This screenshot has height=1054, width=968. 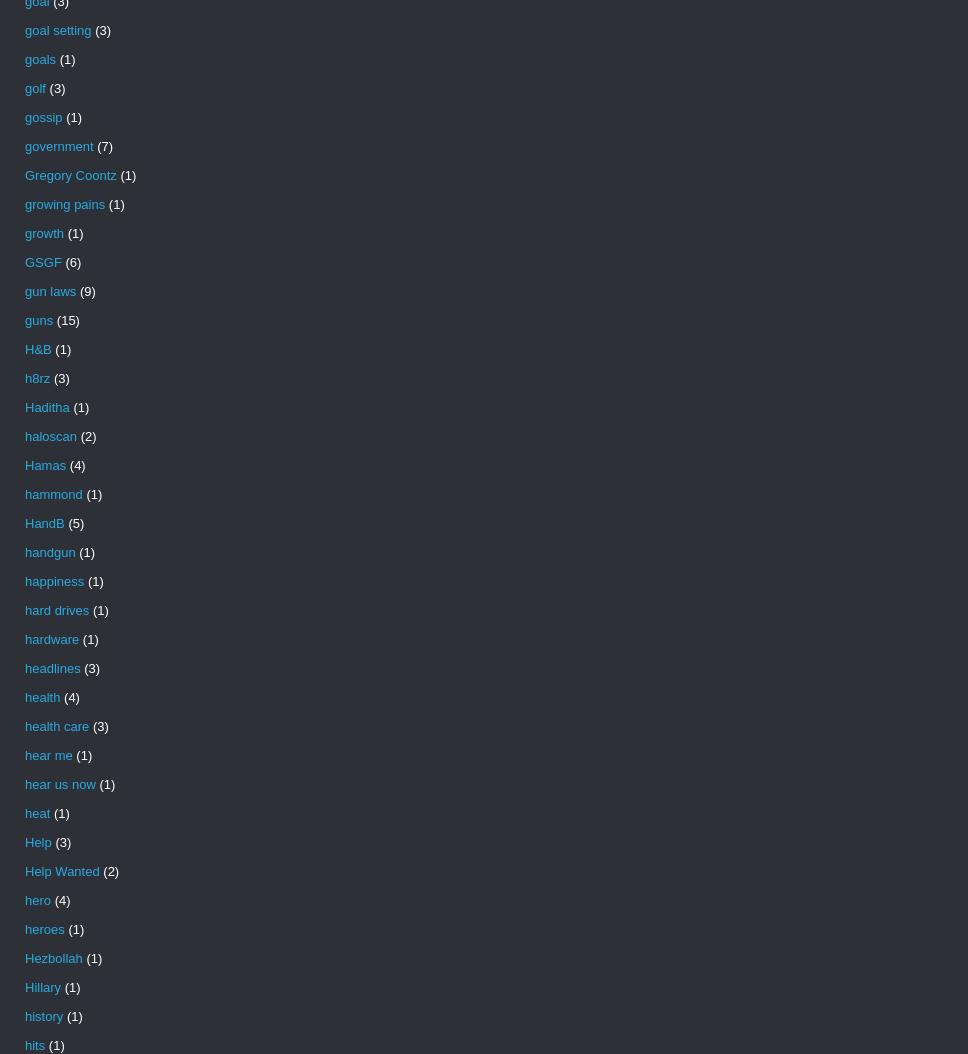 What do you see at coordinates (46, 406) in the screenshot?
I see `'Haditha'` at bounding box center [46, 406].